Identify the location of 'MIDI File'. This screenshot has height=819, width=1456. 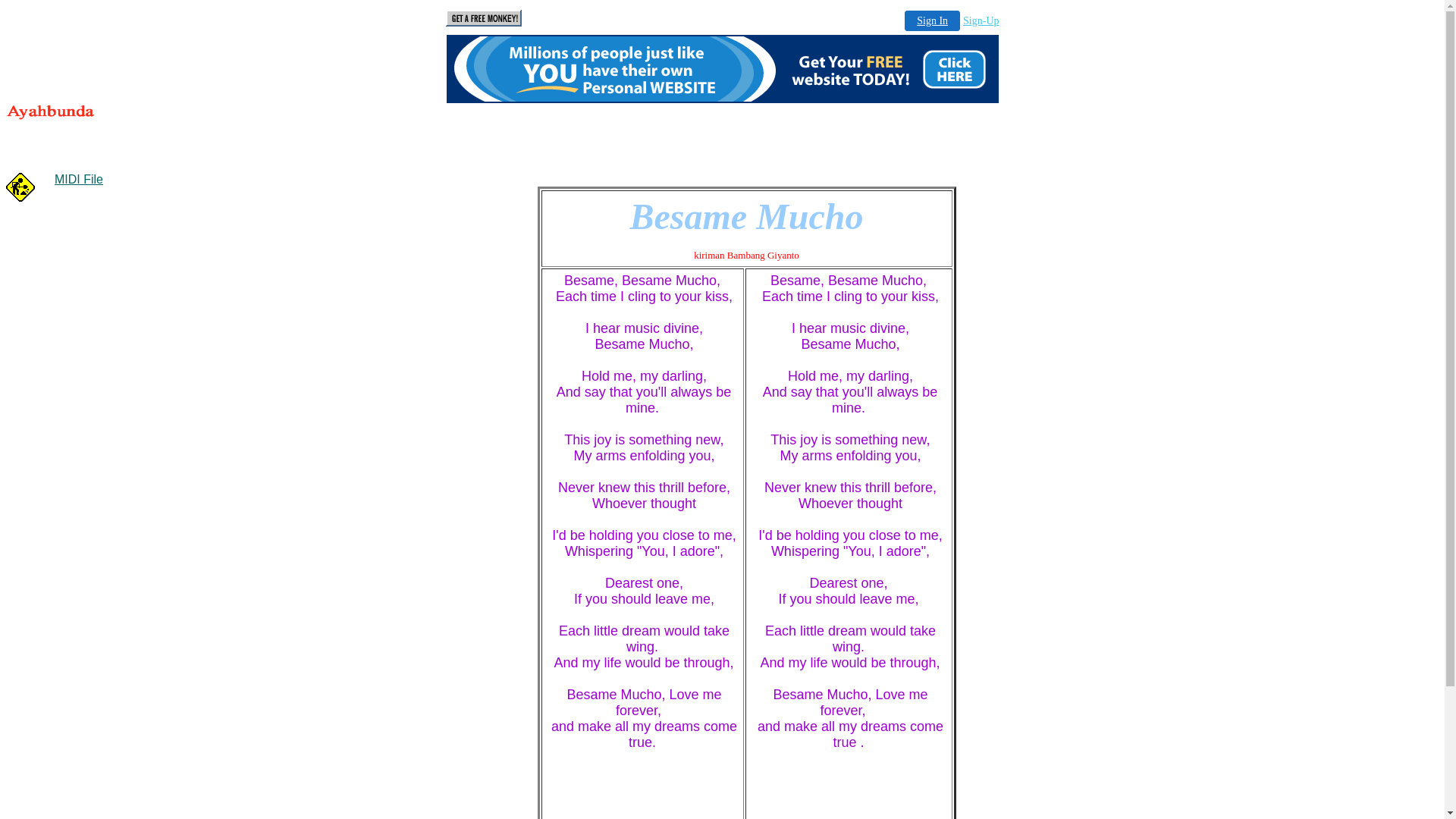
(78, 178).